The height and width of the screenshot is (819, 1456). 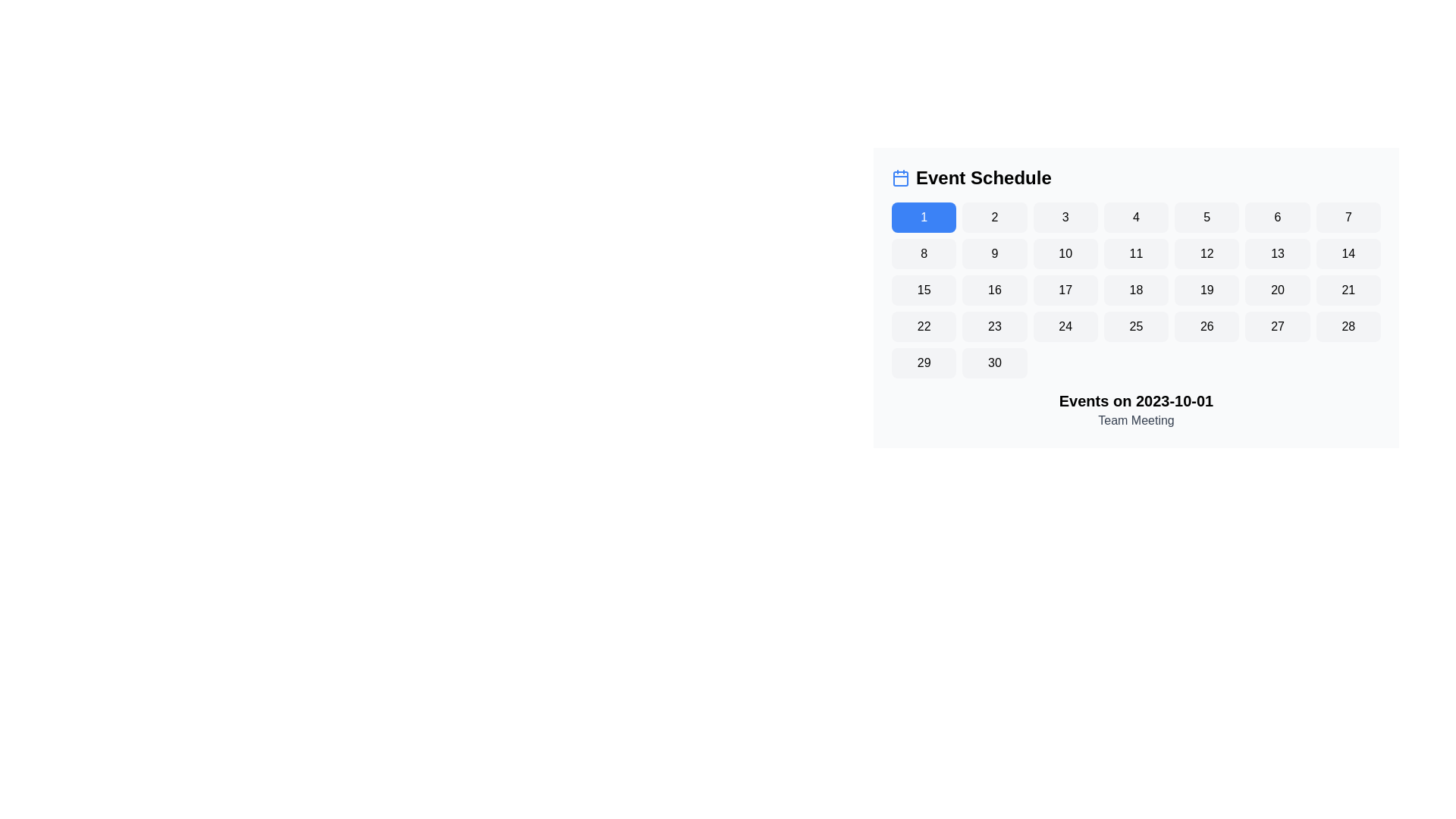 I want to click on the button representing the date '8' in the calendar grid, so click(x=923, y=253).